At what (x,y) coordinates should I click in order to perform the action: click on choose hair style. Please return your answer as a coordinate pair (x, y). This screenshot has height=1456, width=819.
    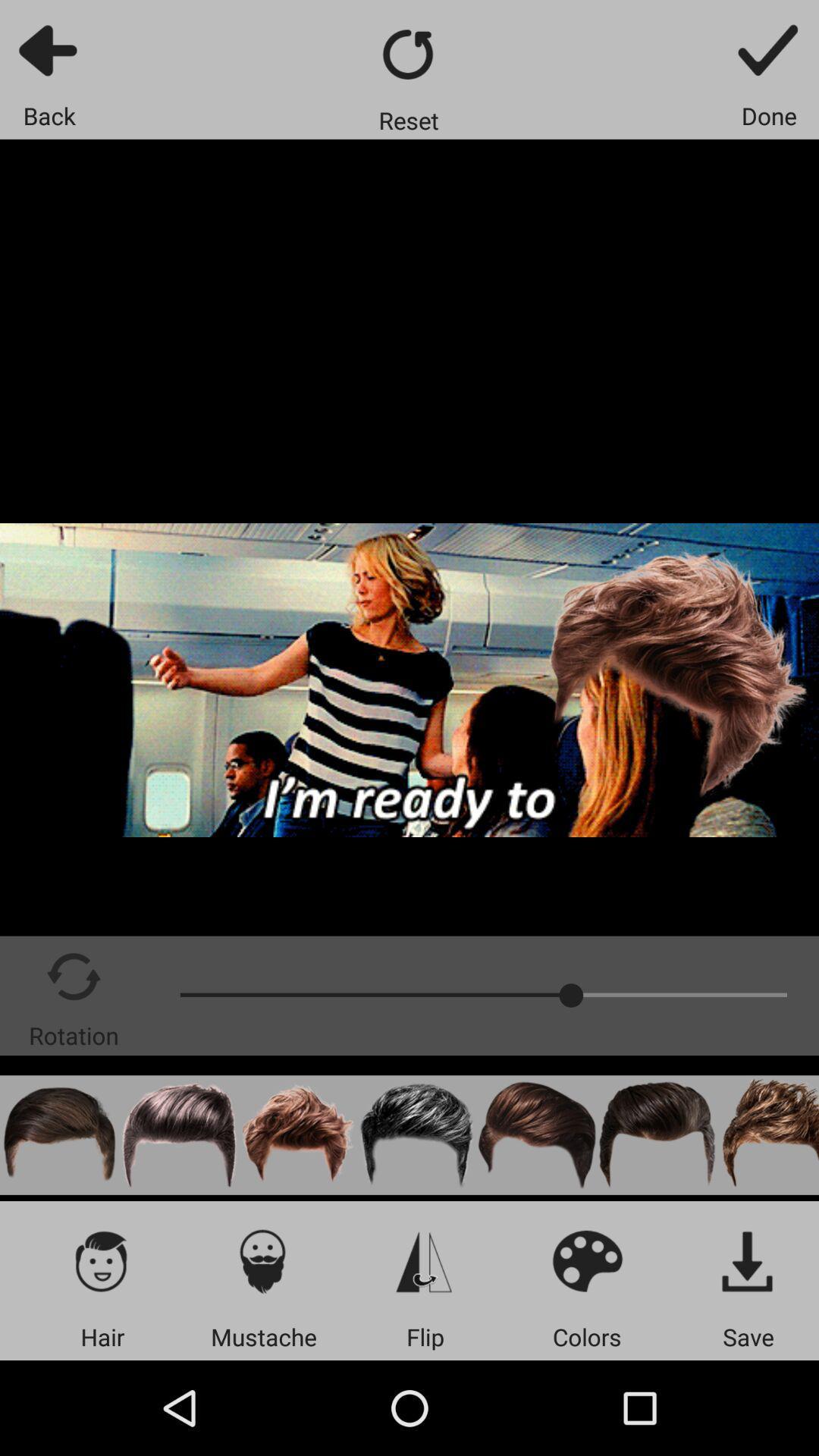
    Looking at the image, I should click on (102, 1260).